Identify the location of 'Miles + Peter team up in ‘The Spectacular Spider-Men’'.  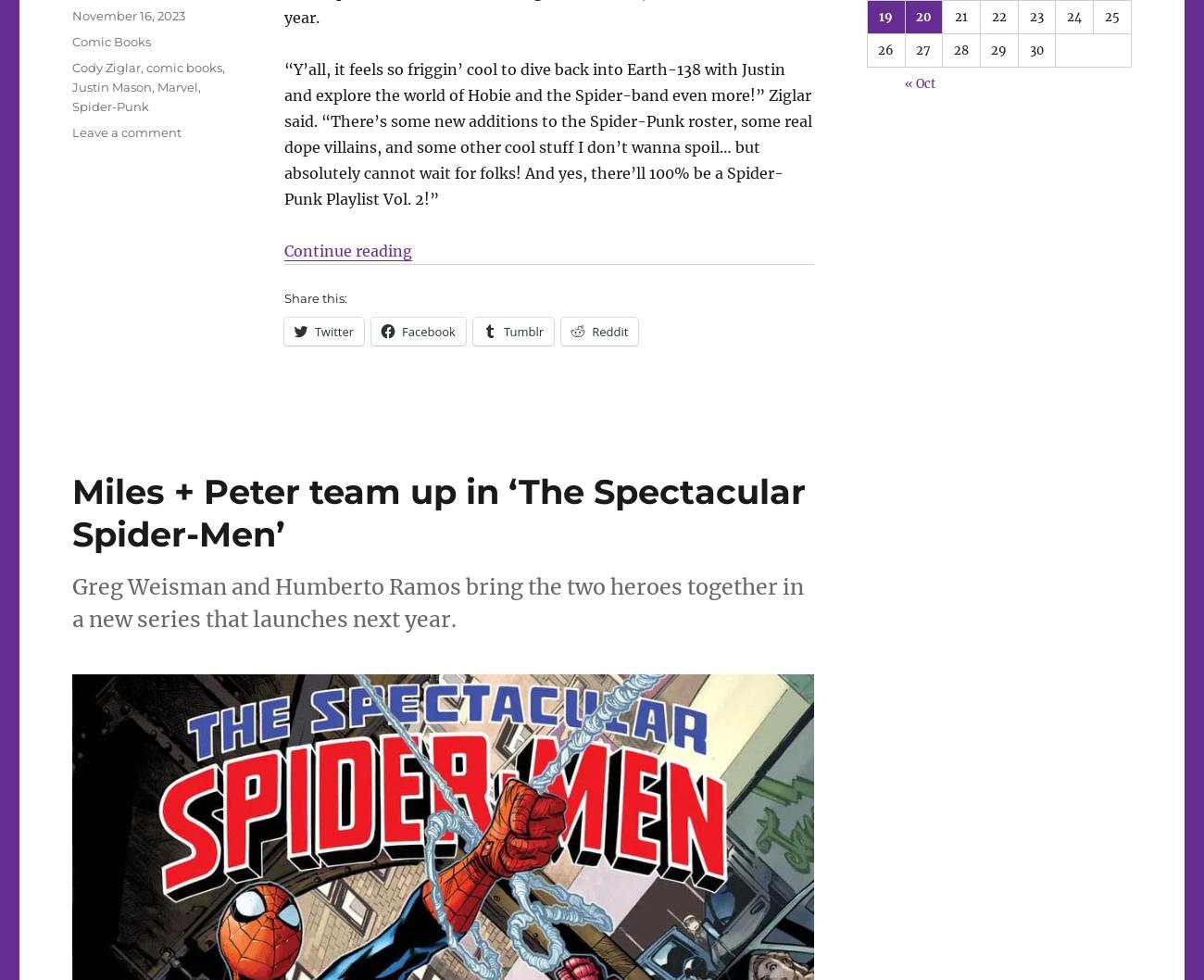
(437, 512).